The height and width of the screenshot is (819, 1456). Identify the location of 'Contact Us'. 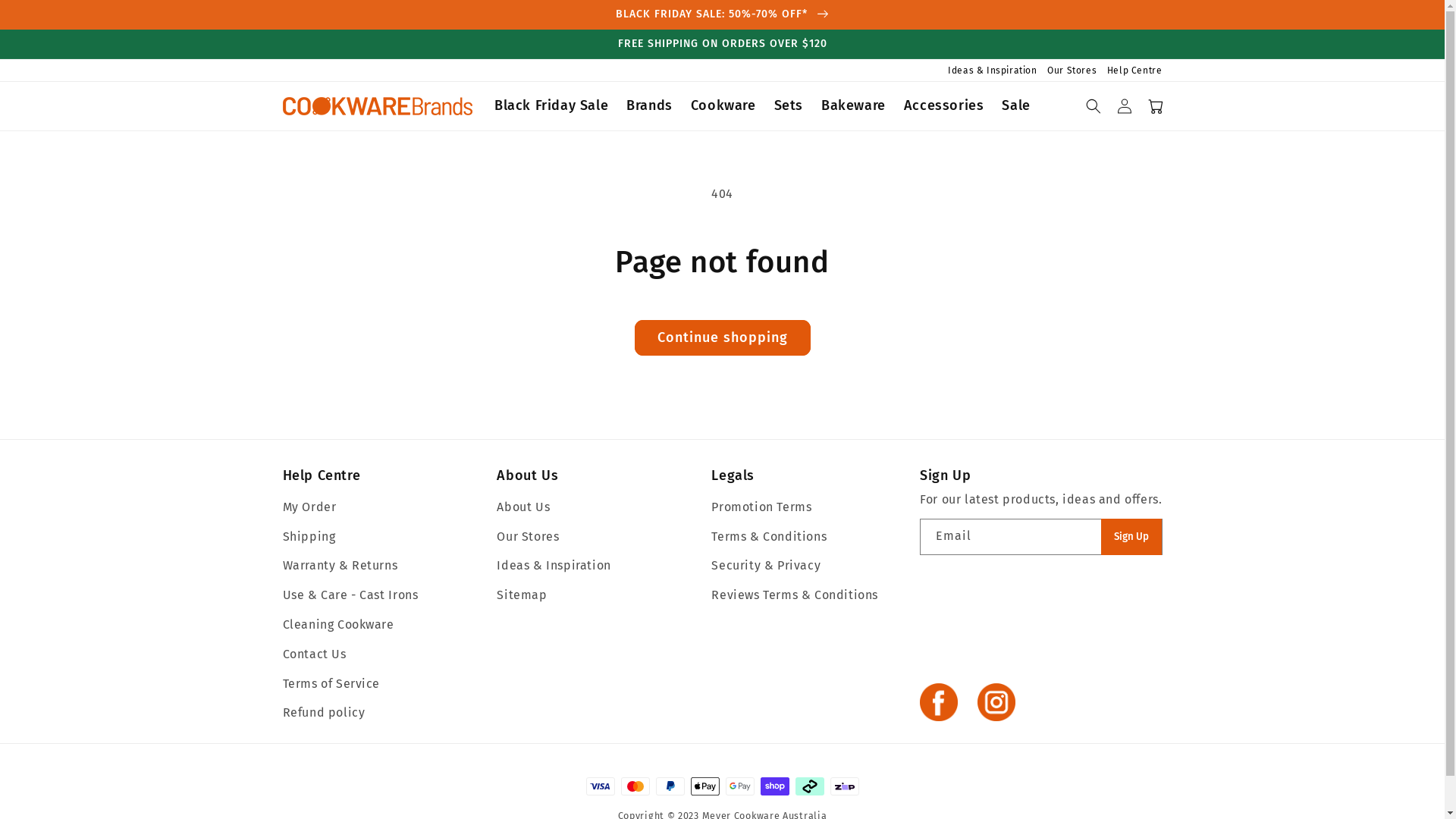
(282, 654).